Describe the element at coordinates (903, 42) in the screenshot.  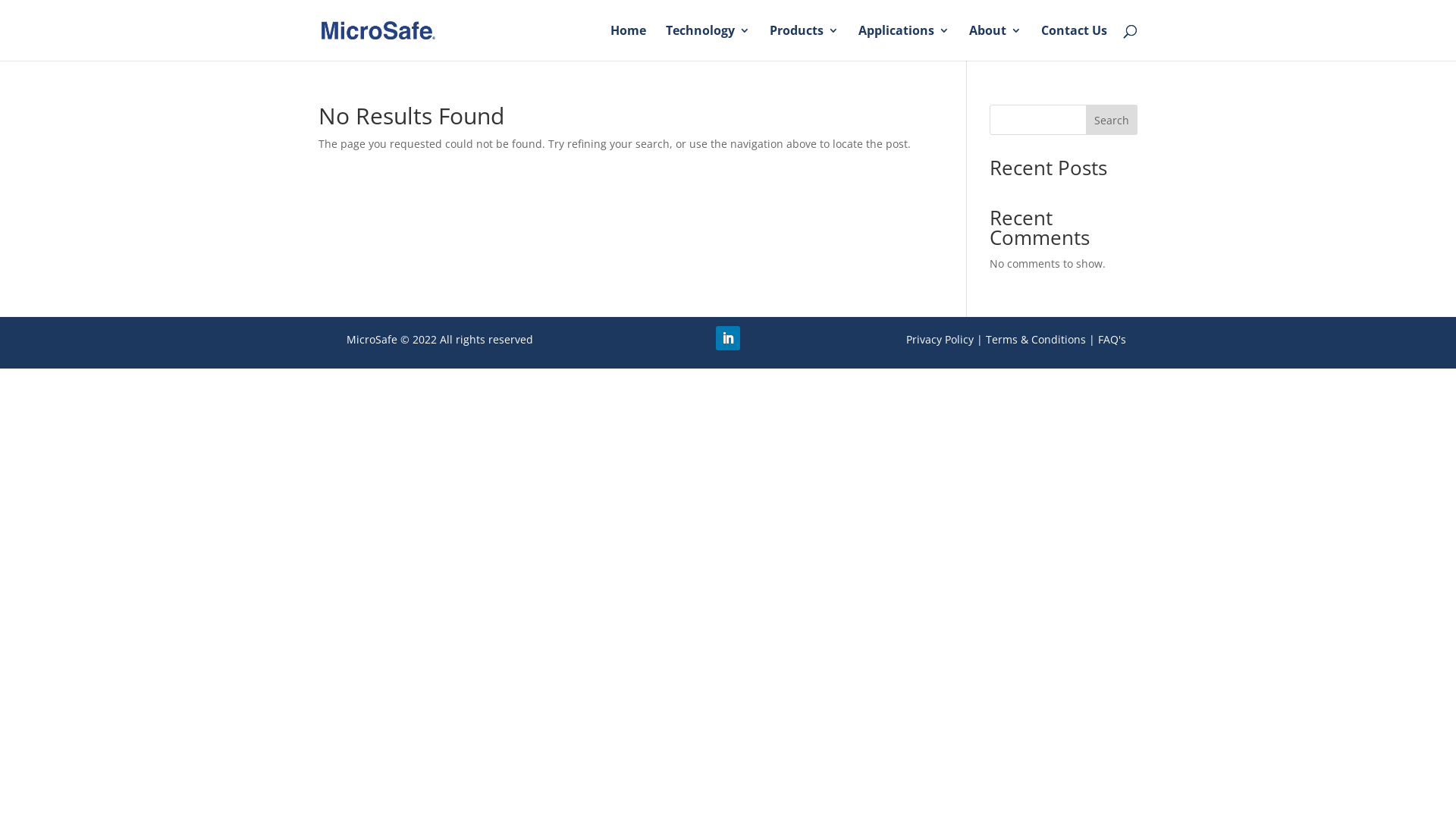
I see `'Applications'` at that location.